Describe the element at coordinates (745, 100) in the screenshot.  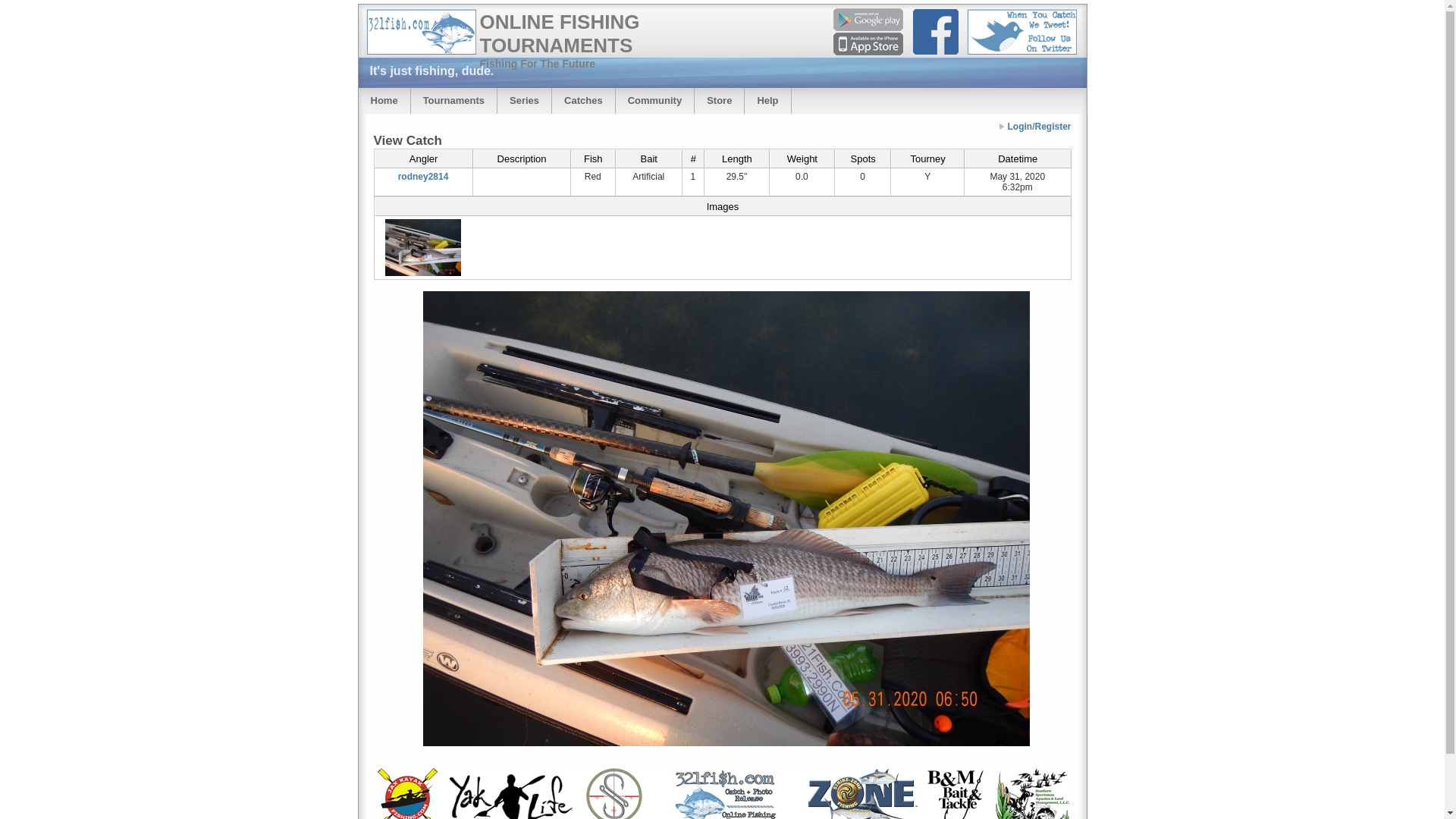
I see `'Help'` at that location.